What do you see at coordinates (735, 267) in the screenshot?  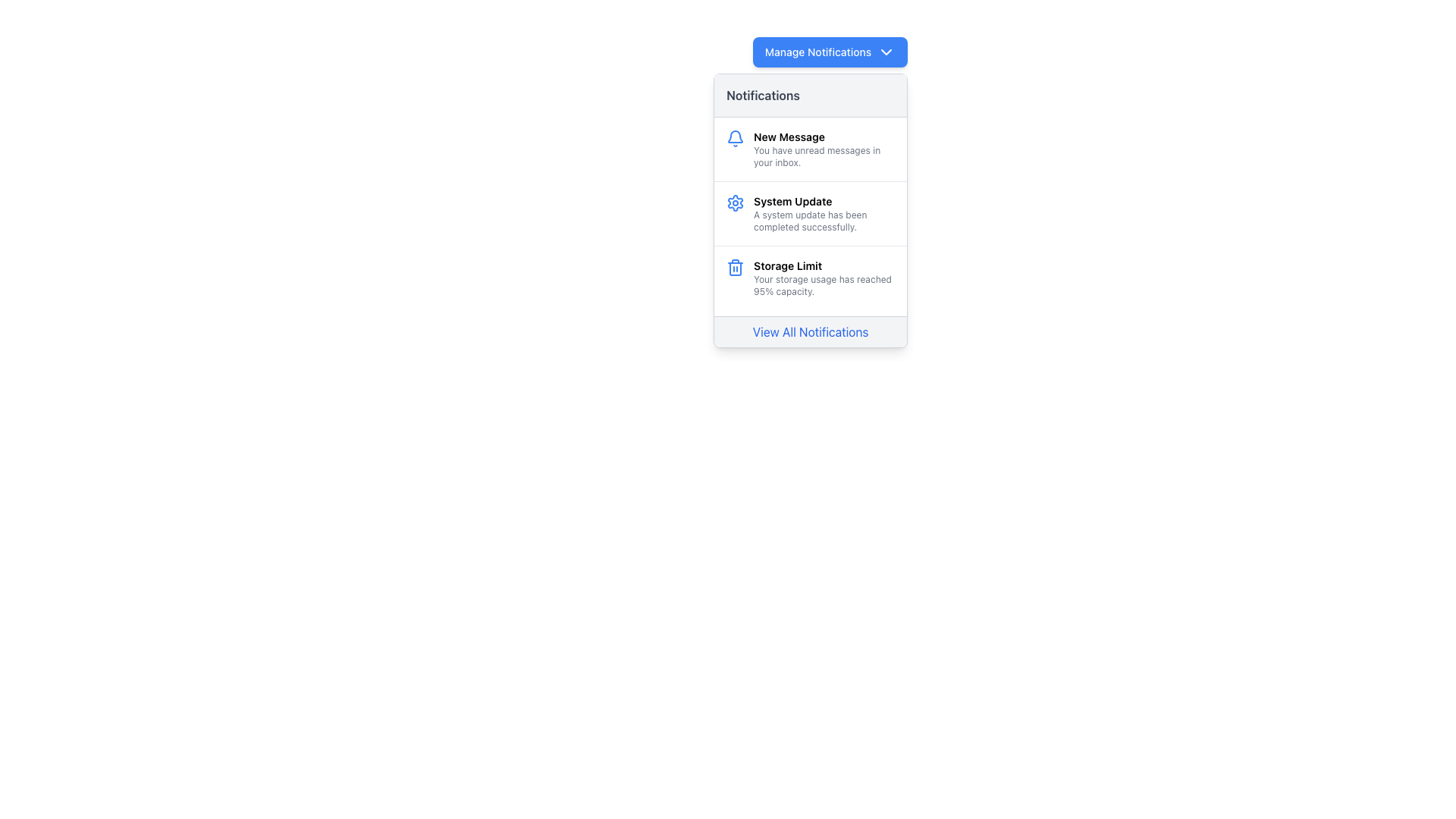 I see `the blue trash icon with a minimalist design` at bounding box center [735, 267].